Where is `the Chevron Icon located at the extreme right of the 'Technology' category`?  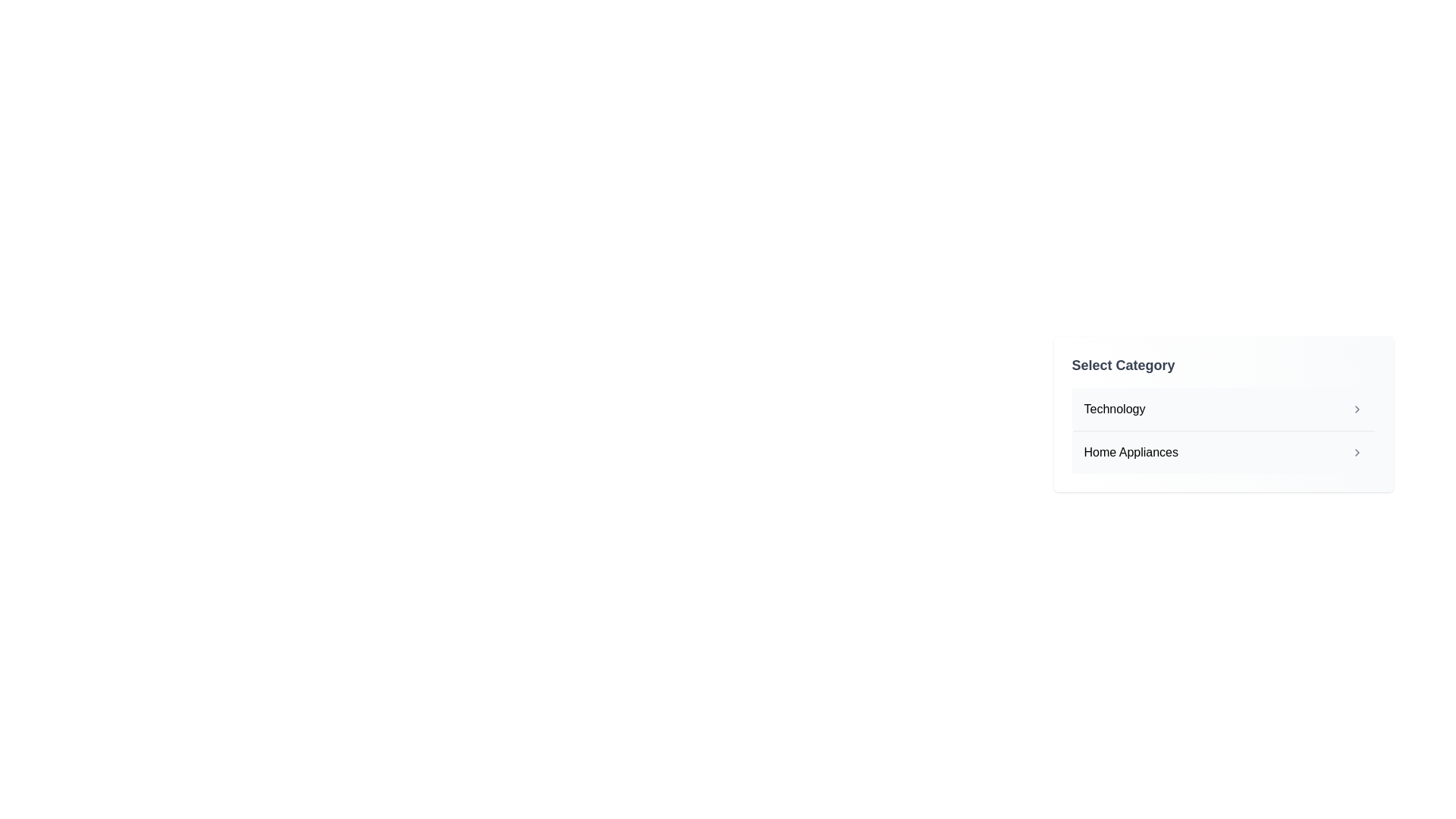
the Chevron Icon located at the extreme right of the 'Technology' category is located at coordinates (1357, 409).